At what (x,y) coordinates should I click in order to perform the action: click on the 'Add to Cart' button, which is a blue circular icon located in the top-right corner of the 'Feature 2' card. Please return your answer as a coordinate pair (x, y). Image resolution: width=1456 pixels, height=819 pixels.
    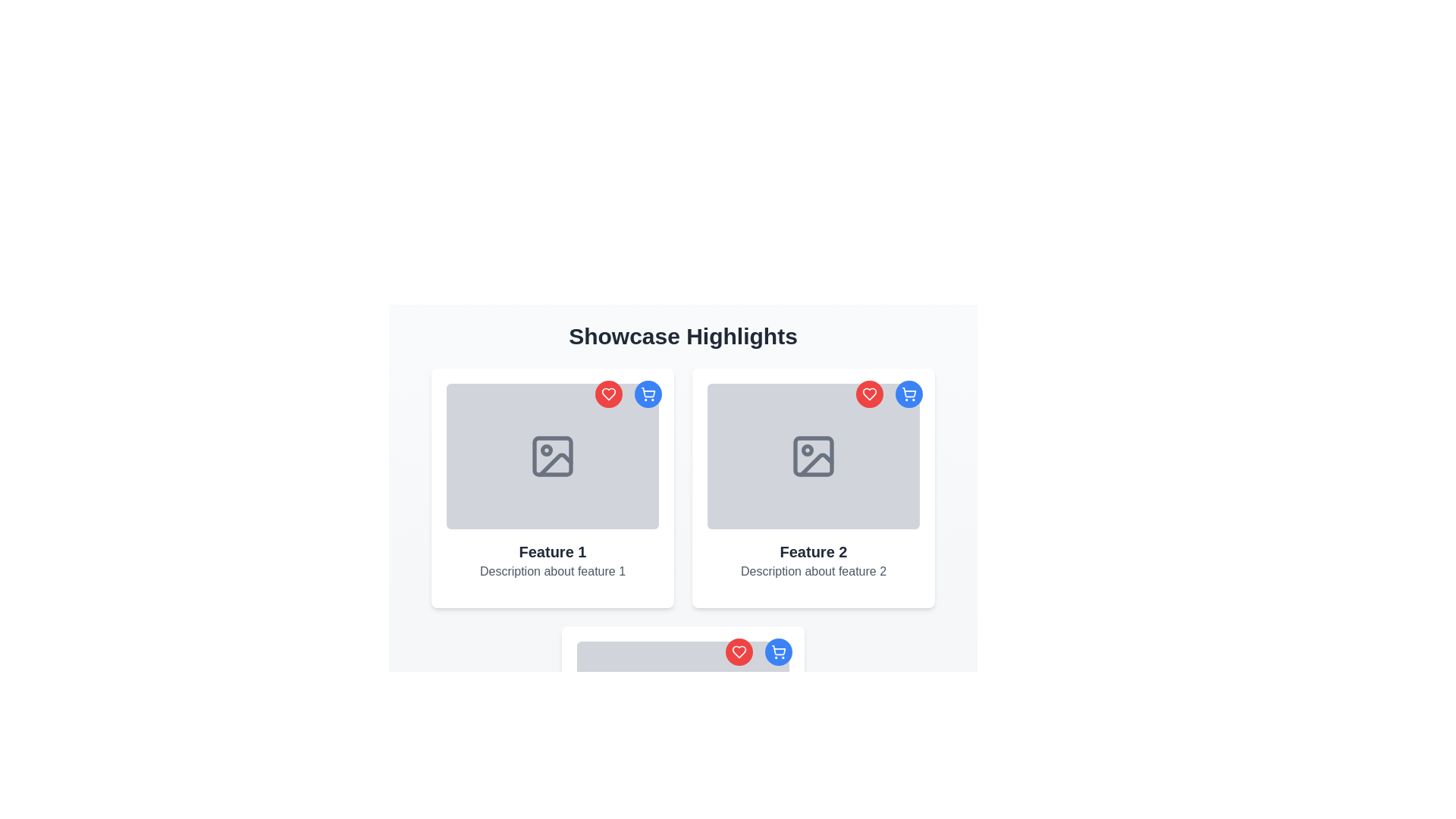
    Looking at the image, I should click on (779, 651).